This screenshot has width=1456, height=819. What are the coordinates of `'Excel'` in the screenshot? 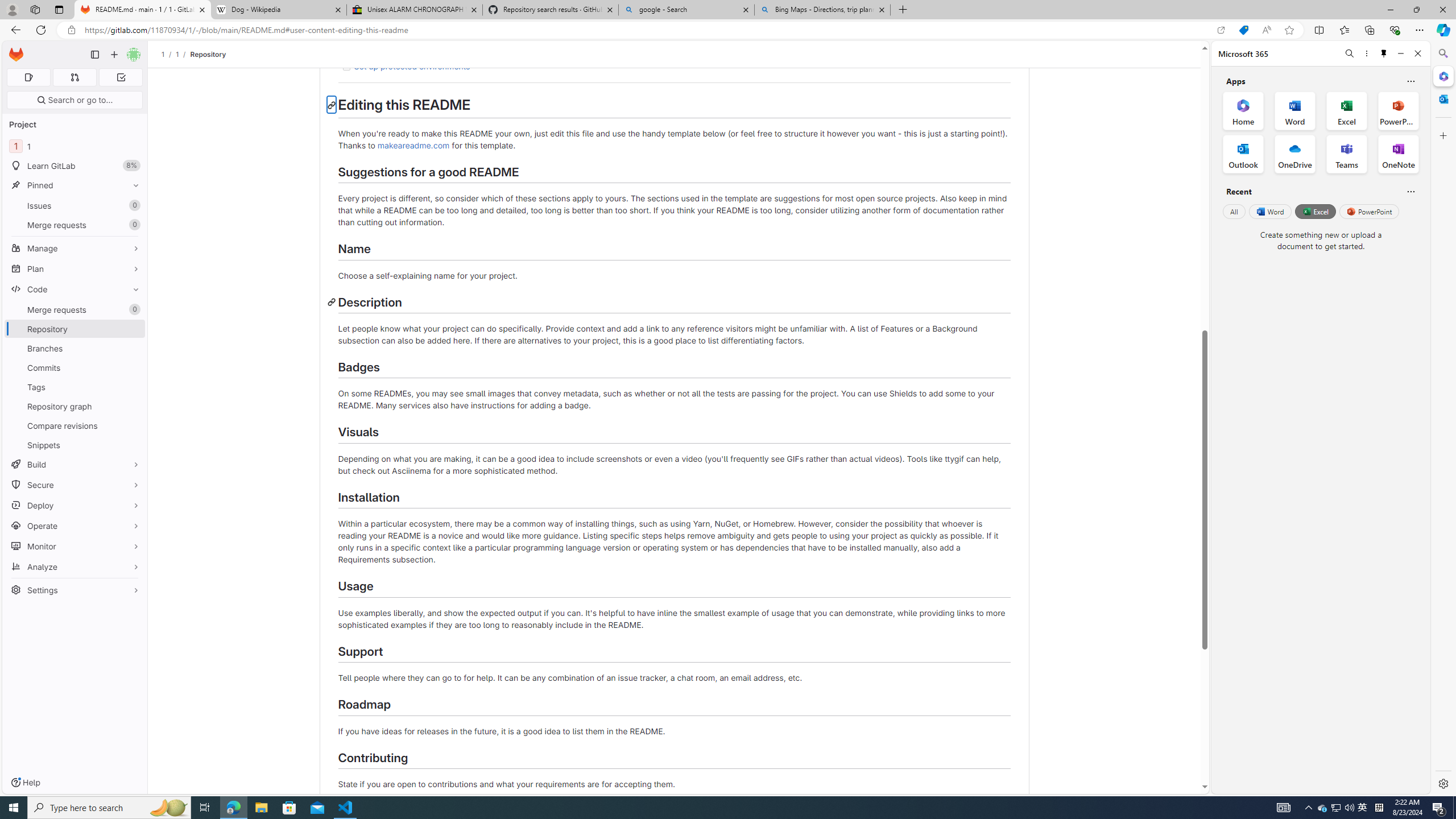 It's located at (1314, 211).